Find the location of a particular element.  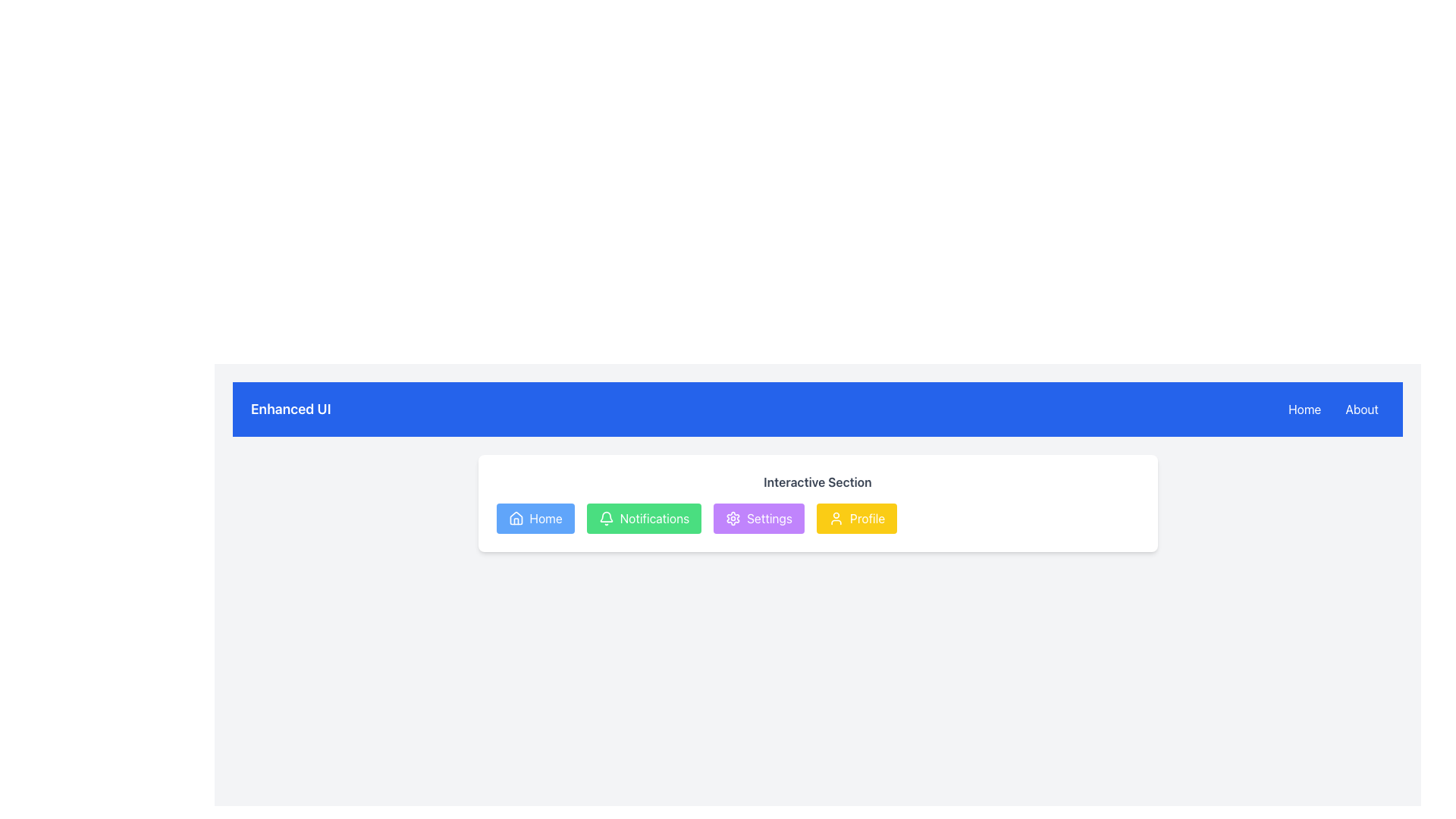

the 'Profile' button represented by a decorative icon within a yellow button located in the lower section of the page, fourth from the left is located at coordinates (836, 517).